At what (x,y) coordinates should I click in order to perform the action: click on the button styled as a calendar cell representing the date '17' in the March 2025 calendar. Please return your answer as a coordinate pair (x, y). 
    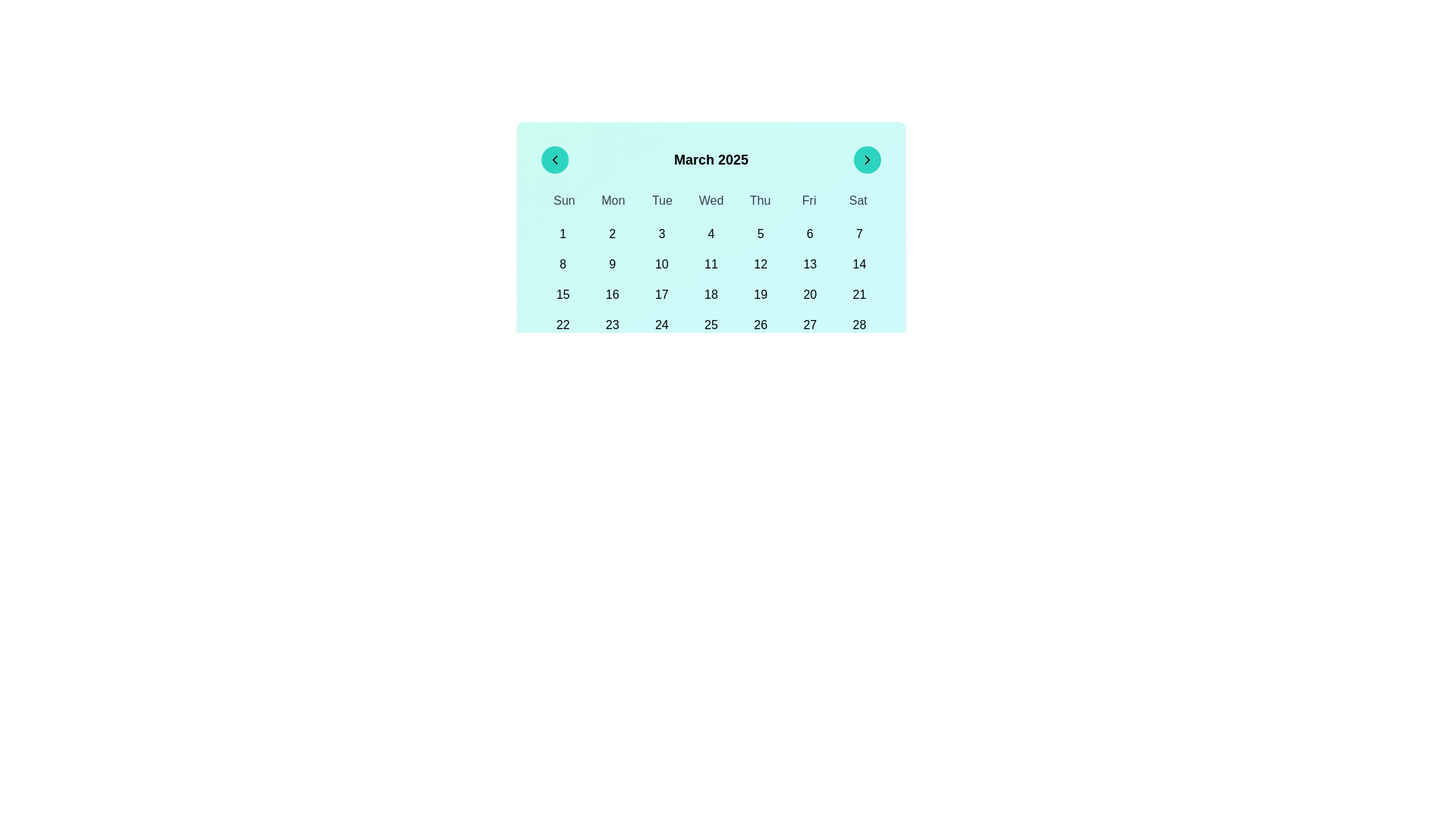
    Looking at the image, I should click on (661, 295).